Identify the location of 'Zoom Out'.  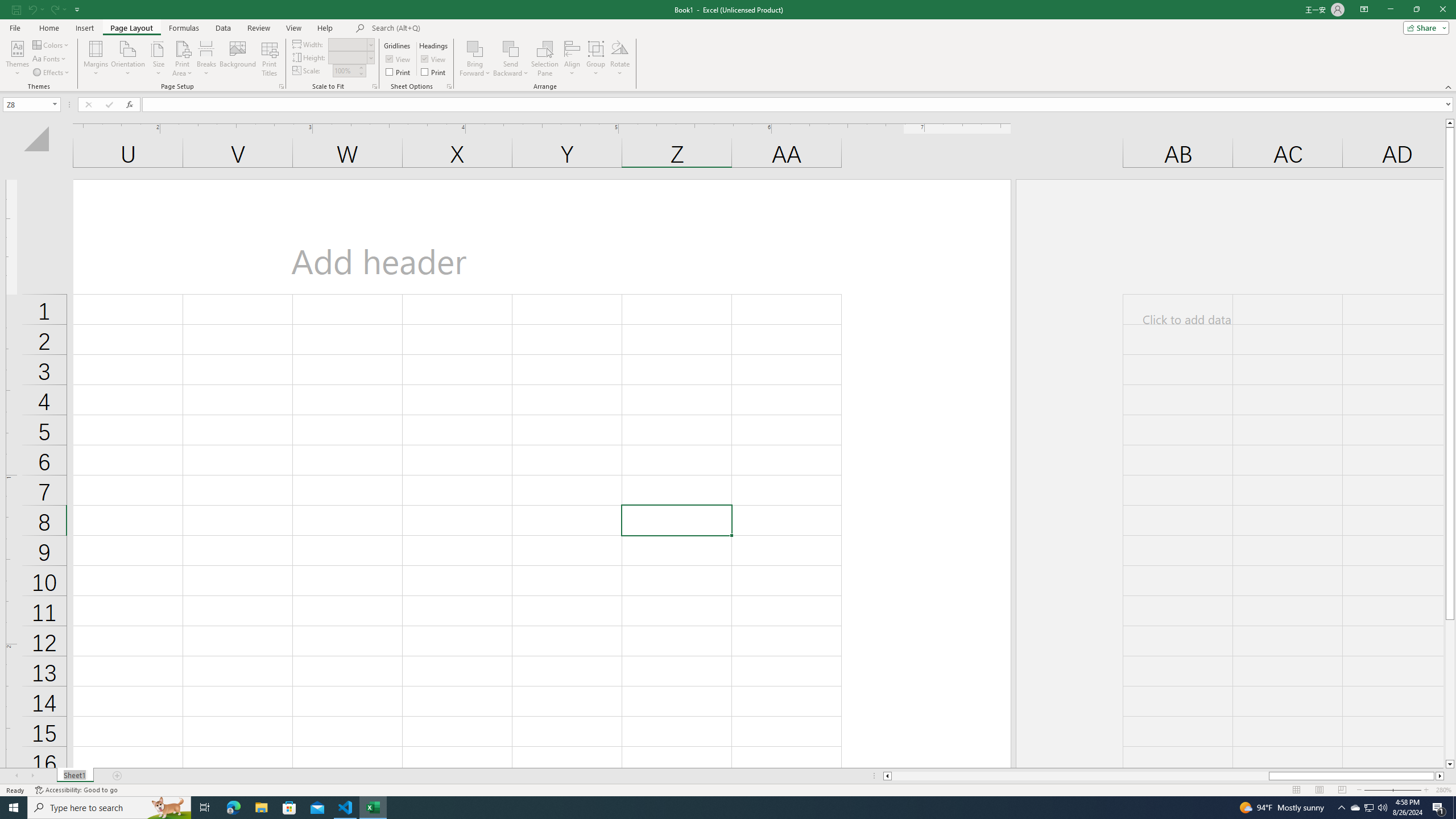
(1386, 790).